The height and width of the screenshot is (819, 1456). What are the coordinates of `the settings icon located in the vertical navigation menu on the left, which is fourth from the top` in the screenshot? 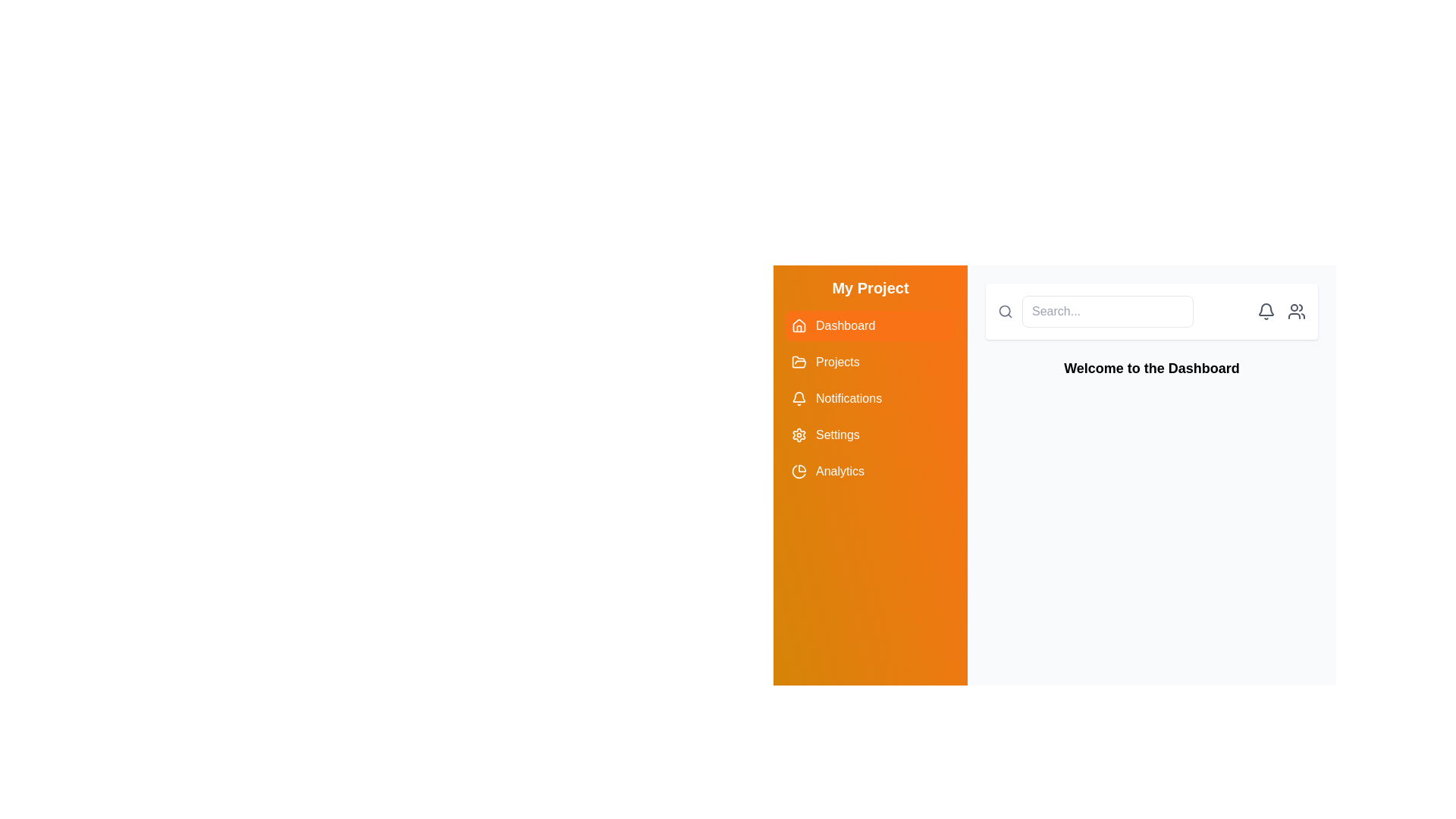 It's located at (799, 435).